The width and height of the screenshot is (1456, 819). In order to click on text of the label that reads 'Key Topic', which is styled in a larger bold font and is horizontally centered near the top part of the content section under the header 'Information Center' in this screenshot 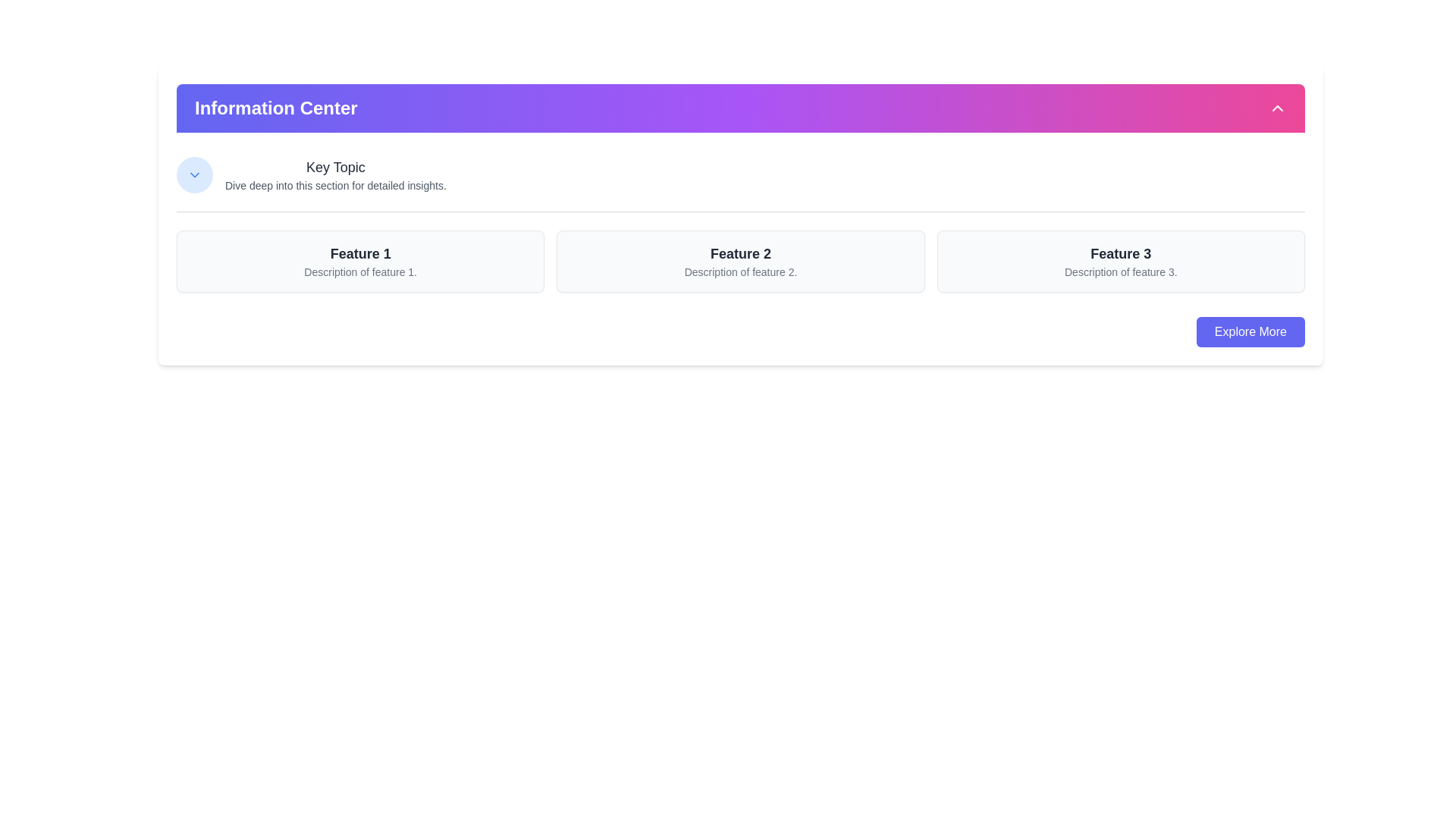, I will do `click(334, 167)`.